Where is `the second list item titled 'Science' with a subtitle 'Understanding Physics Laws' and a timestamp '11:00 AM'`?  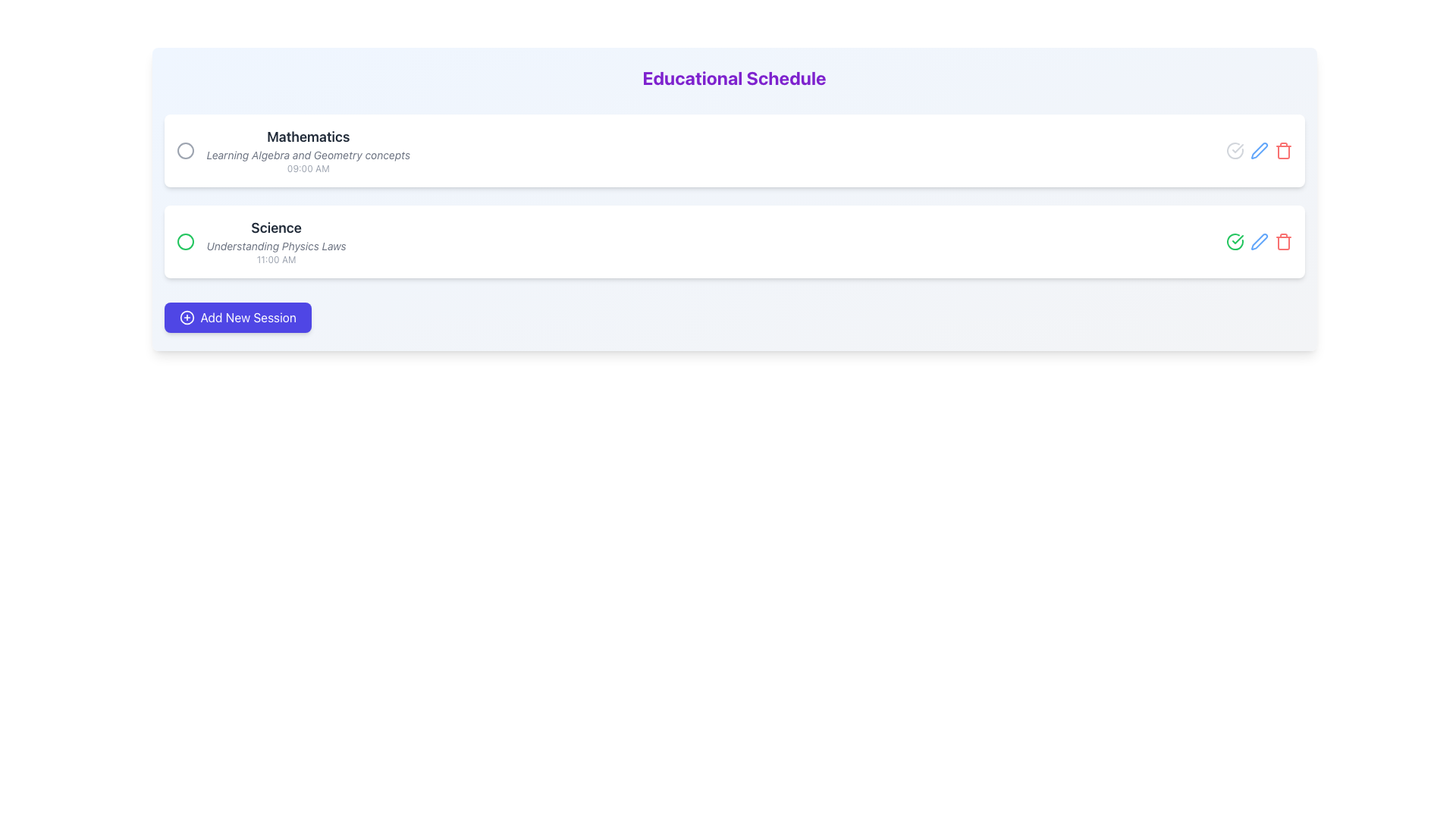 the second list item titled 'Science' with a subtitle 'Understanding Physics Laws' and a timestamp '11:00 AM' is located at coordinates (261, 241).